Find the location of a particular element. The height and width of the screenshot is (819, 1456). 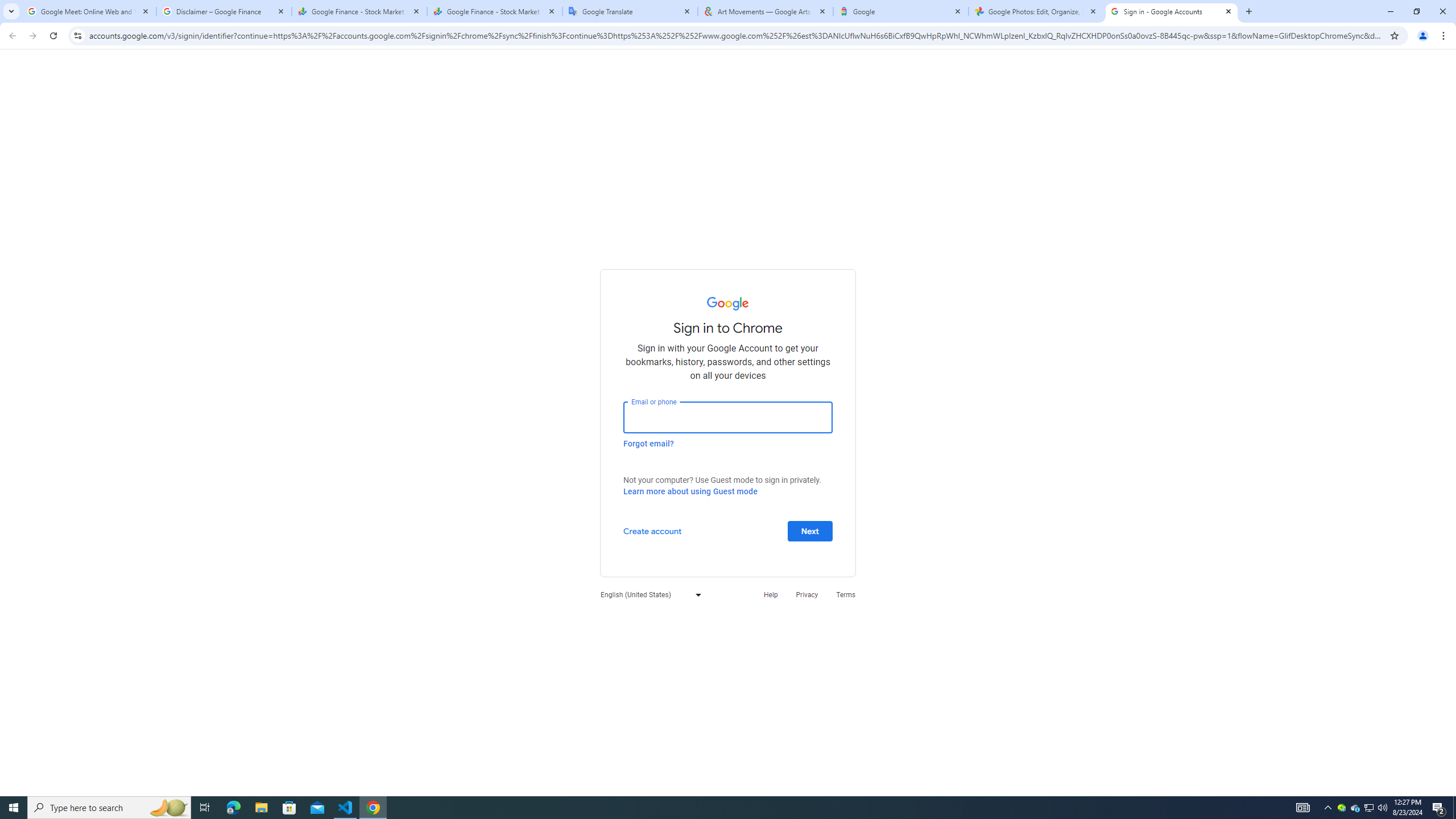

'Forgot email?' is located at coordinates (648, 442).